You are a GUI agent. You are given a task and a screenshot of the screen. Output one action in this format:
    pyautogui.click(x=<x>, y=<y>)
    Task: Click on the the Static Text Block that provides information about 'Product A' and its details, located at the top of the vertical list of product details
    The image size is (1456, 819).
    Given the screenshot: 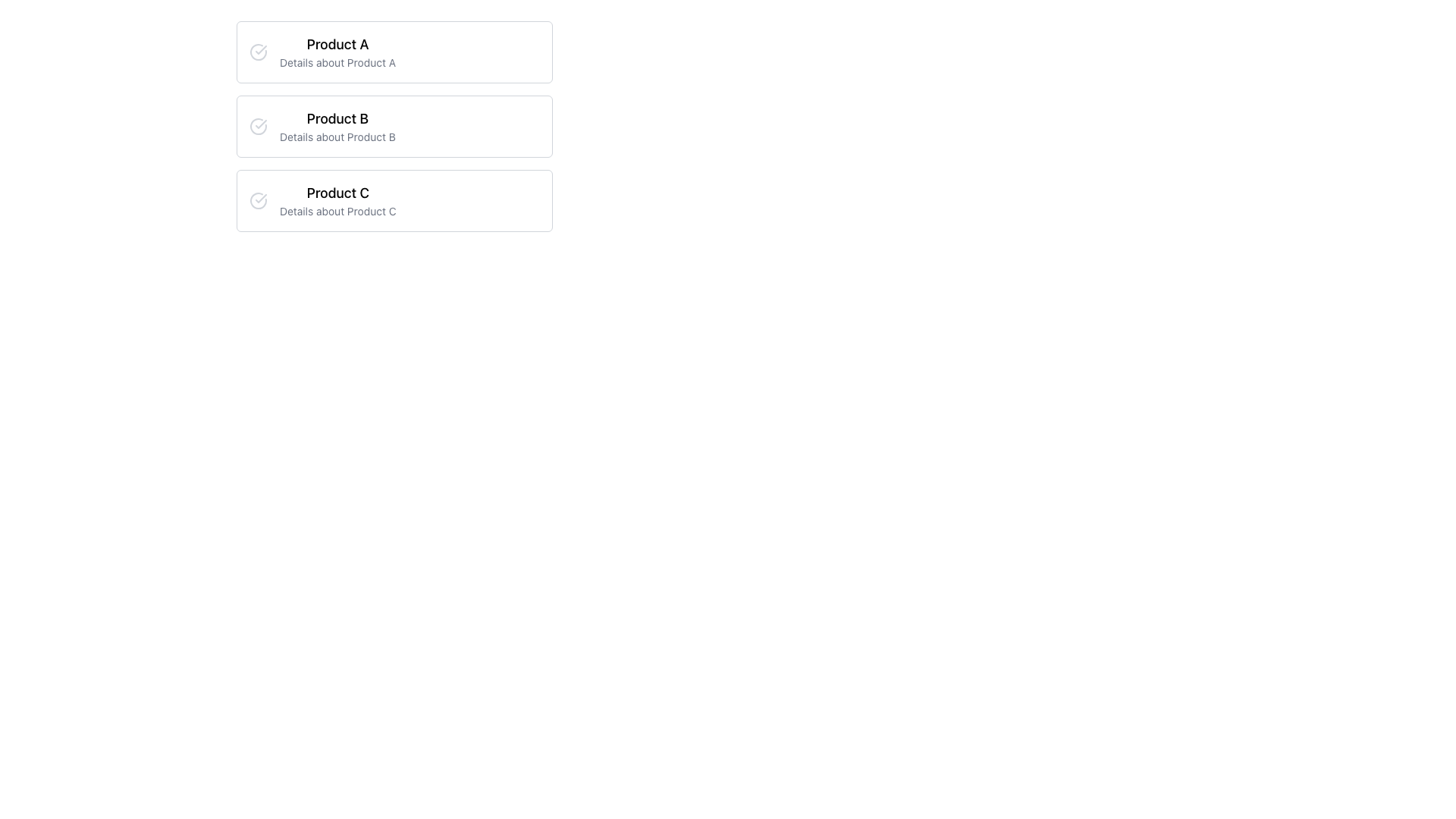 What is the action you would take?
    pyautogui.click(x=337, y=52)
    